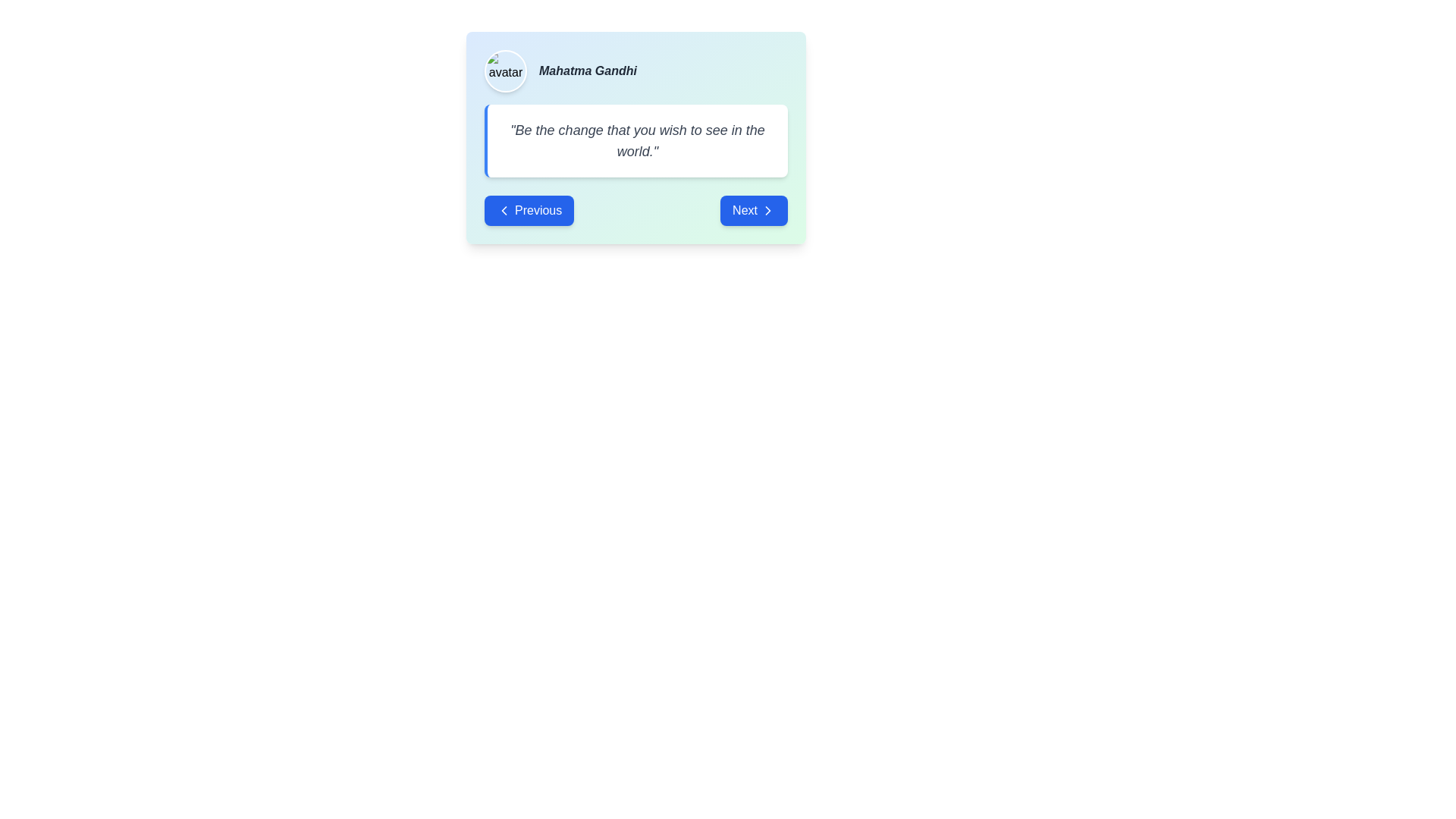 This screenshot has width=1456, height=819. Describe the element at coordinates (587, 71) in the screenshot. I see `text label displaying 'Mahatma Gandhi' located on the card interface, styled in gray, italicized, and bold` at that location.